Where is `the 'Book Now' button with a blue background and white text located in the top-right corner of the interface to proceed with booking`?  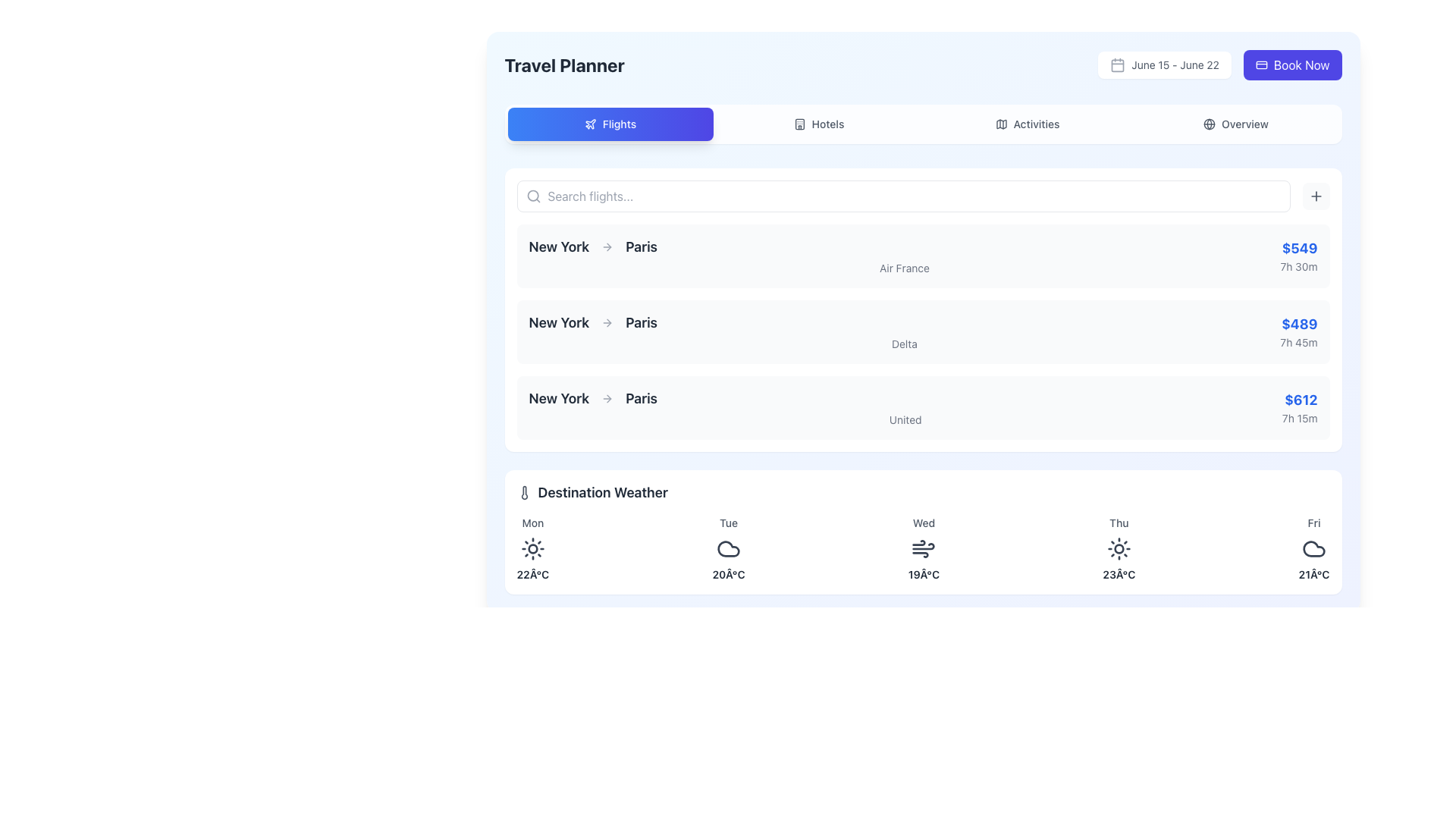 the 'Book Now' button with a blue background and white text located in the top-right corner of the interface to proceed with booking is located at coordinates (1291, 64).